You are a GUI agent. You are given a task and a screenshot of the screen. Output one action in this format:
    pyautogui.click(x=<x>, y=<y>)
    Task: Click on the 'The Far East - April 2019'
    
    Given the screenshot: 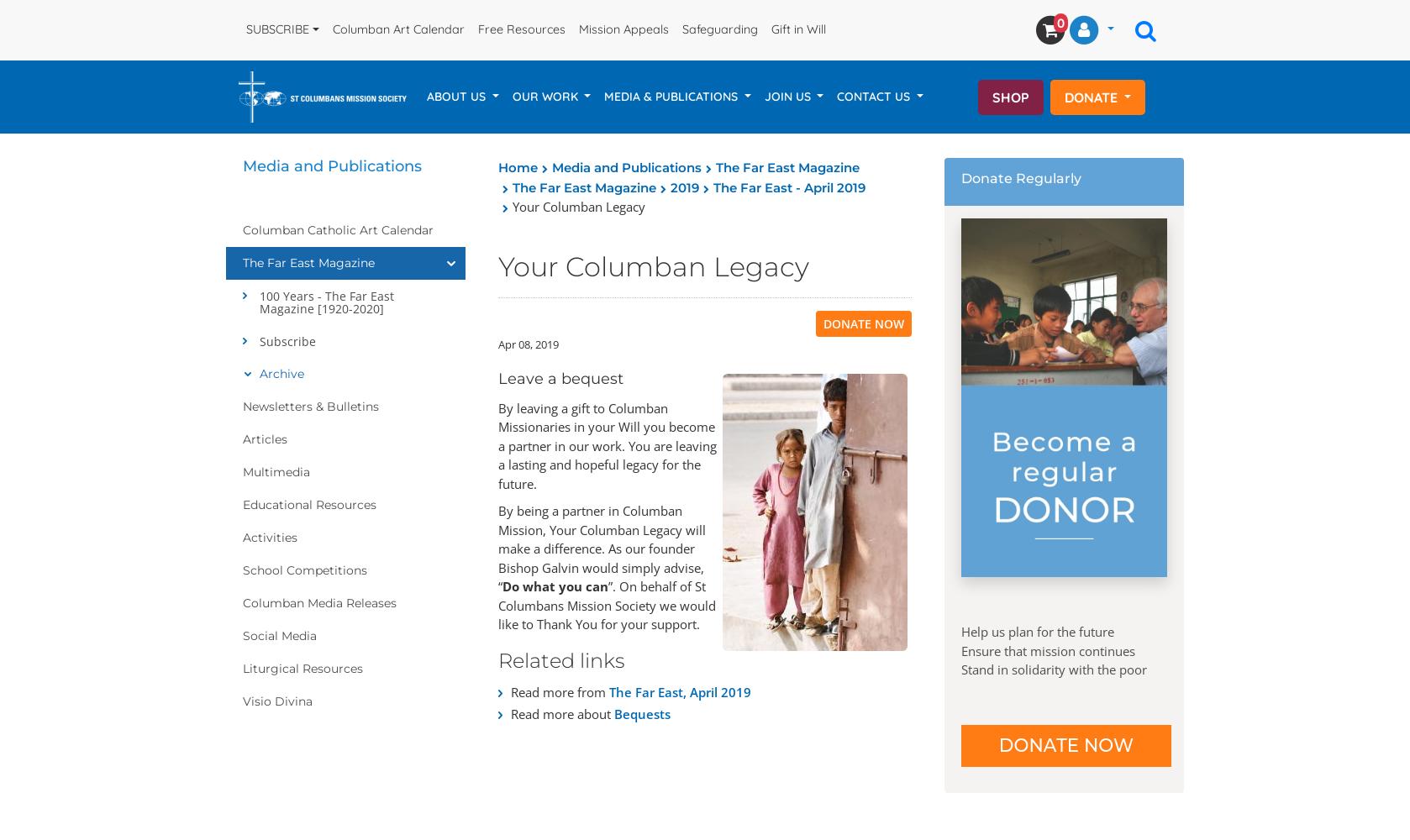 What is the action you would take?
    pyautogui.click(x=789, y=186)
    